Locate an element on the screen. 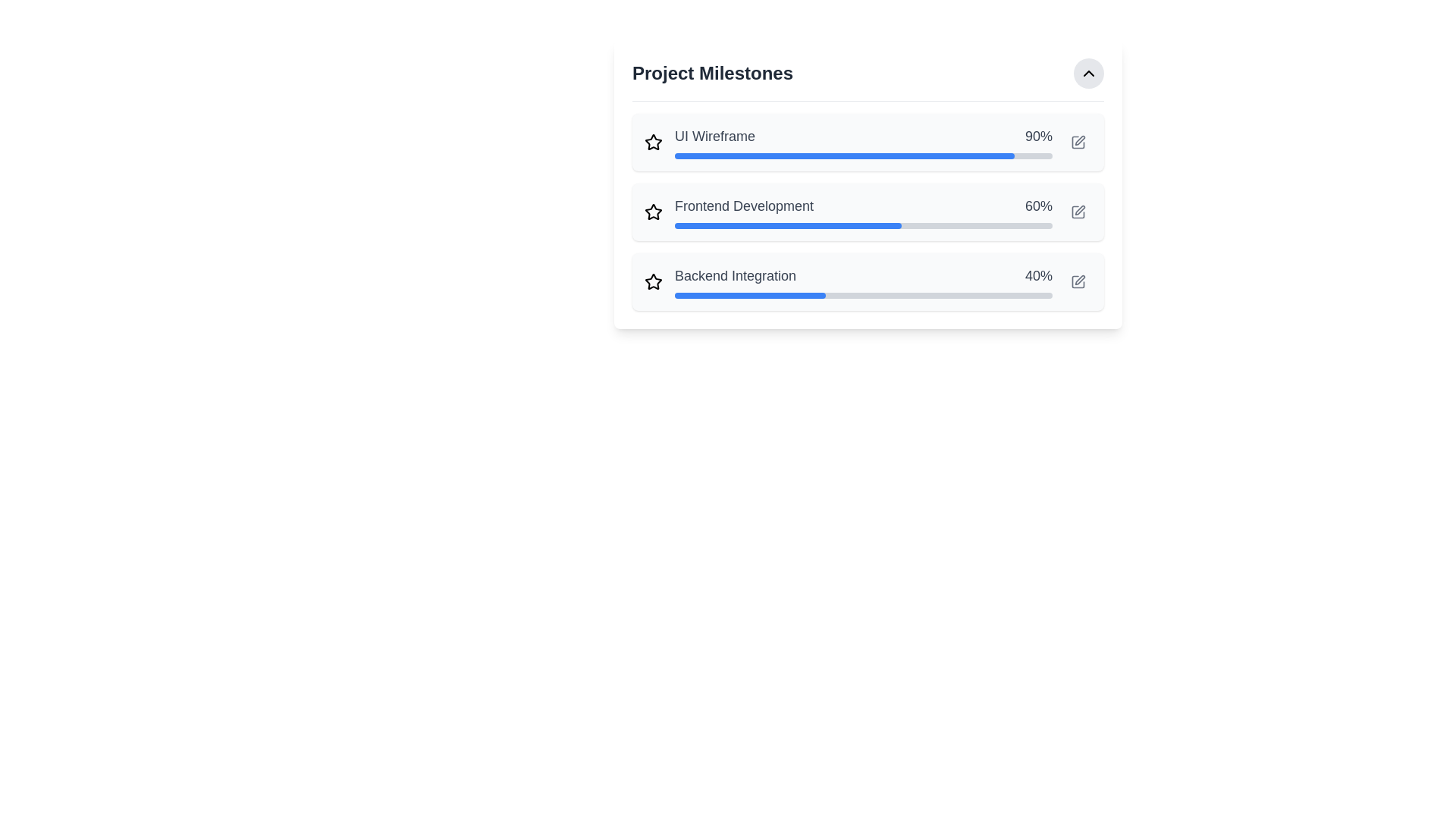  the static text label that identifies the milestone related to 'Frontend Development', which is positioned to the left of the number '60%' is located at coordinates (744, 206).